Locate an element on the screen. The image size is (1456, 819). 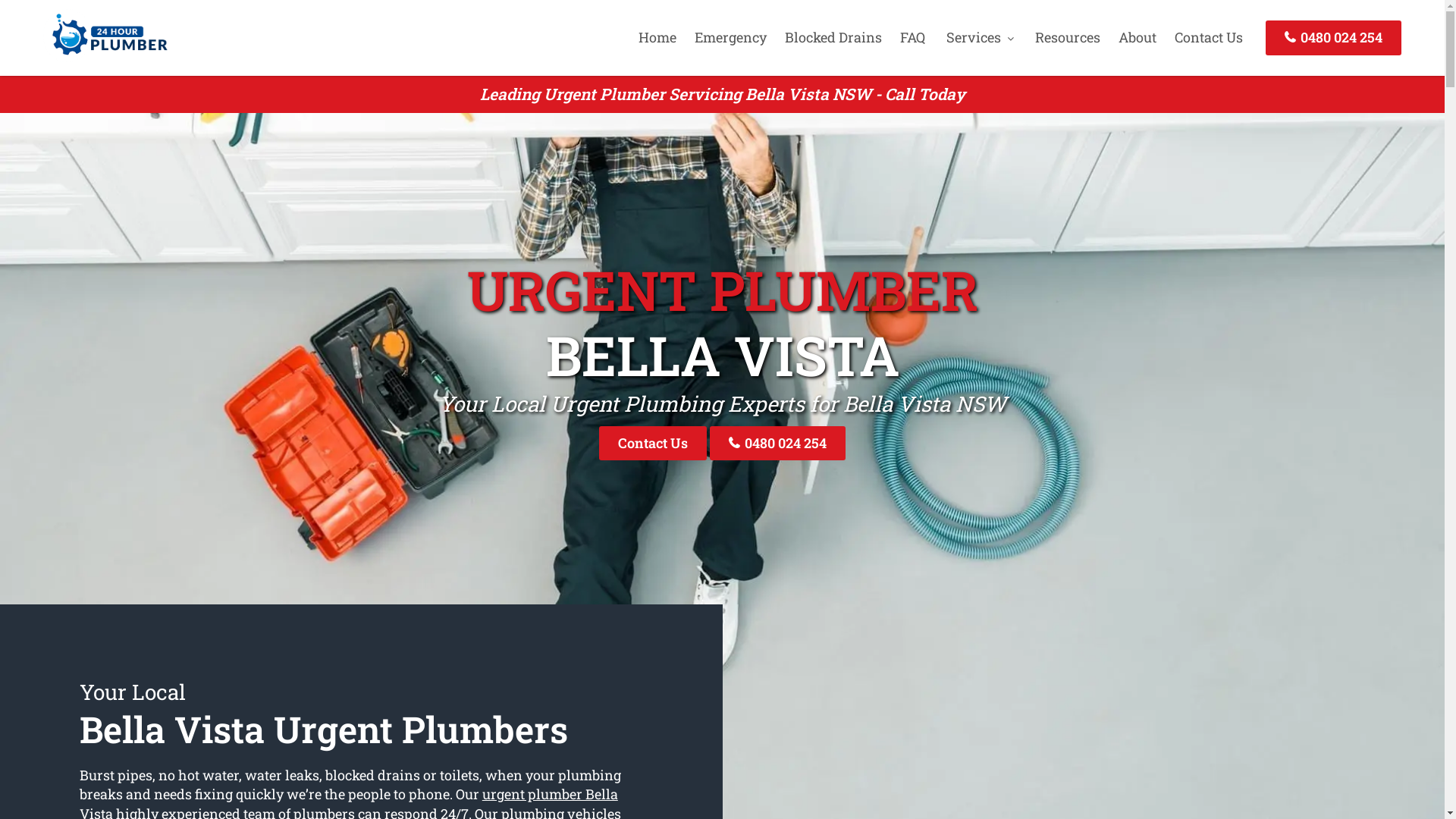
'Contact Us' is located at coordinates (1207, 36).